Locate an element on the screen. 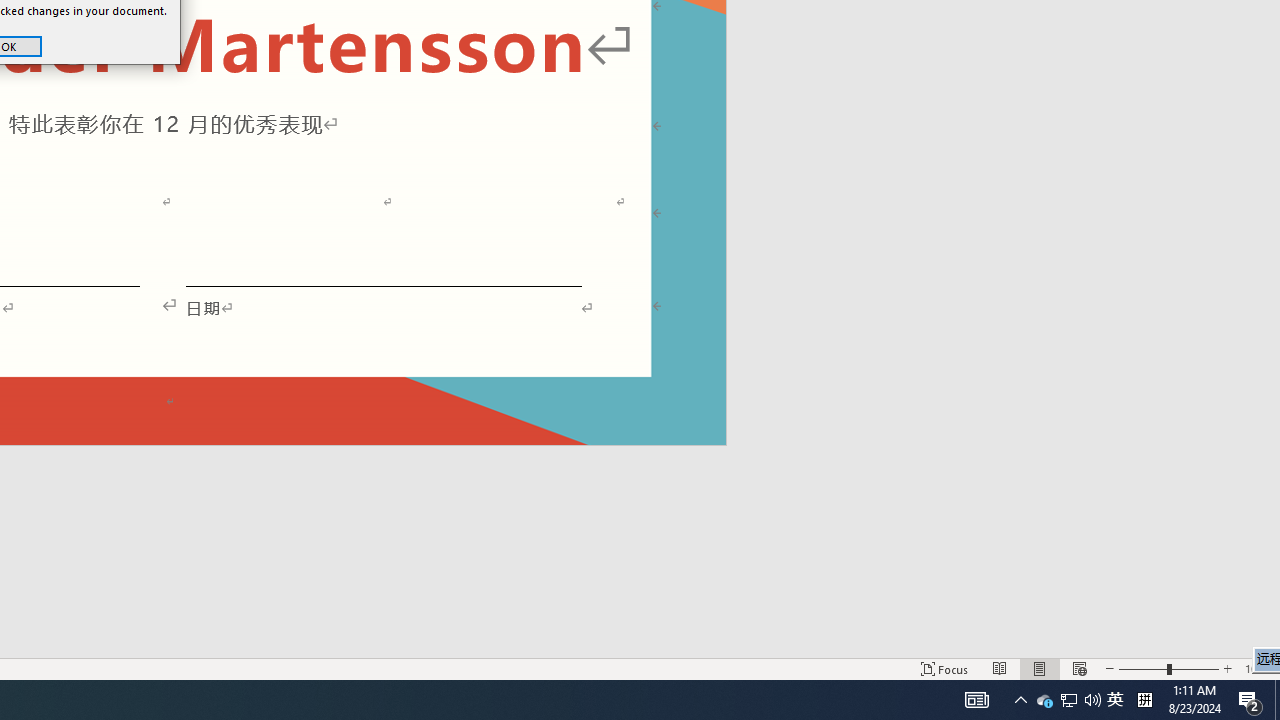  'User Promoted Notification Area' is located at coordinates (1068, 698).